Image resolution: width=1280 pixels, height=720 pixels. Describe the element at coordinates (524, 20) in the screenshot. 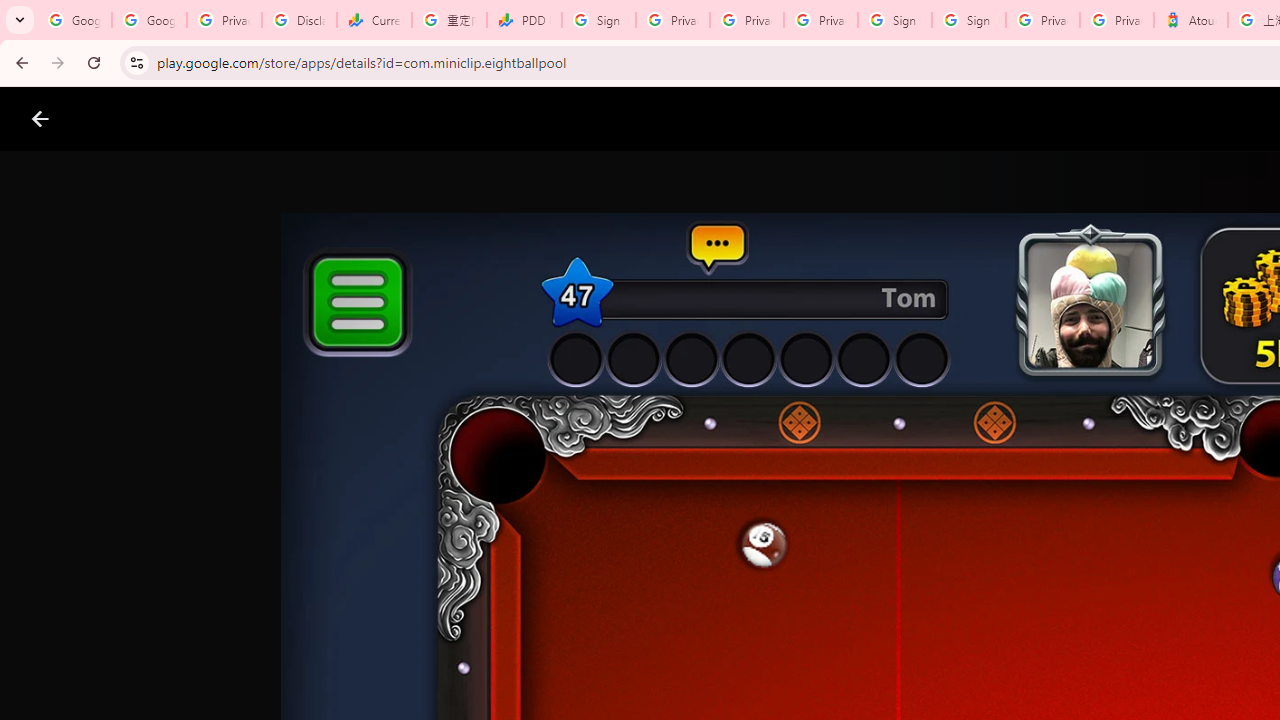

I see `'PDD Holdings Inc - ADR (PDD) Price & News - Google Finance'` at that location.